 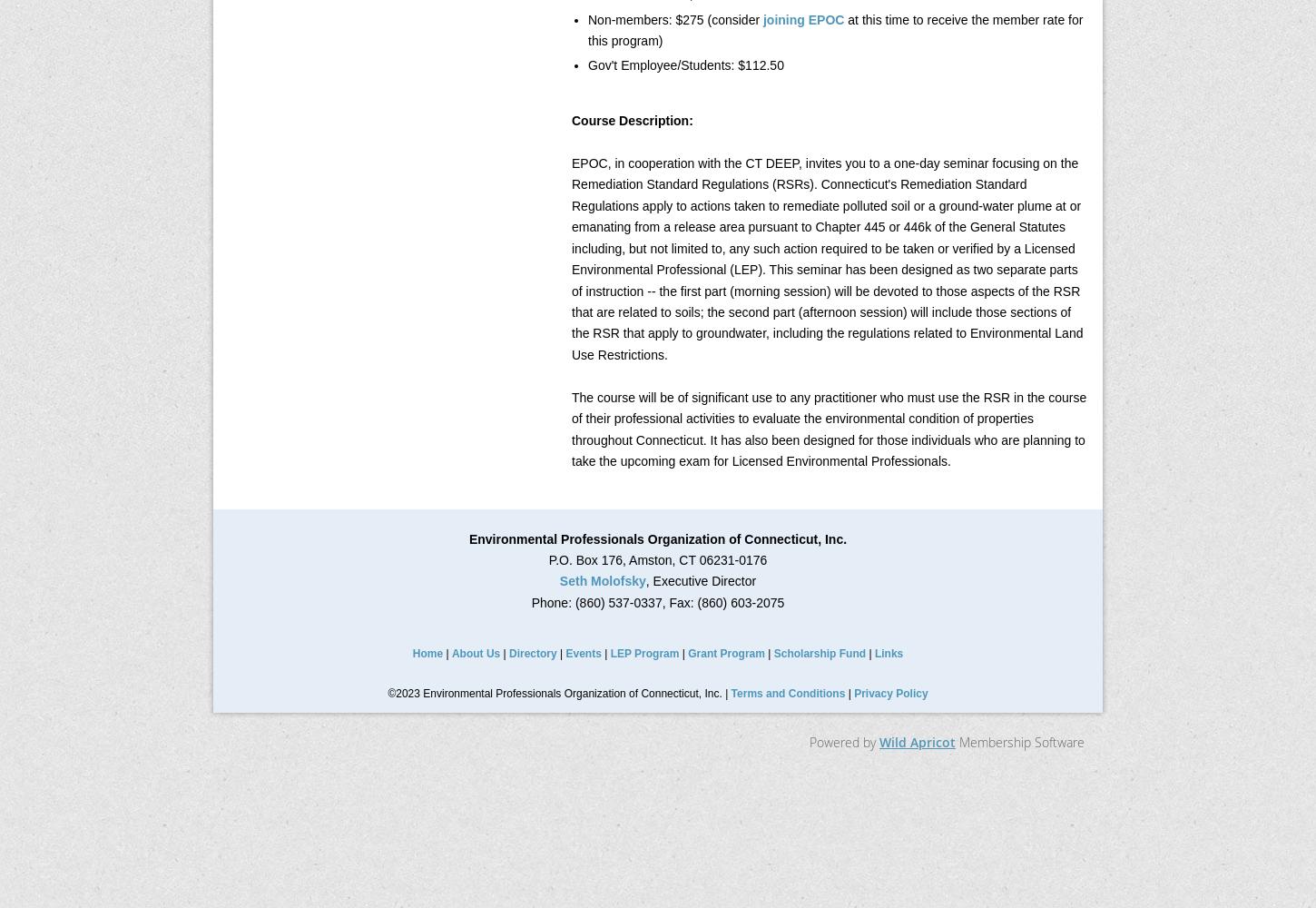 What do you see at coordinates (843, 741) in the screenshot?
I see `'Powered by'` at bounding box center [843, 741].